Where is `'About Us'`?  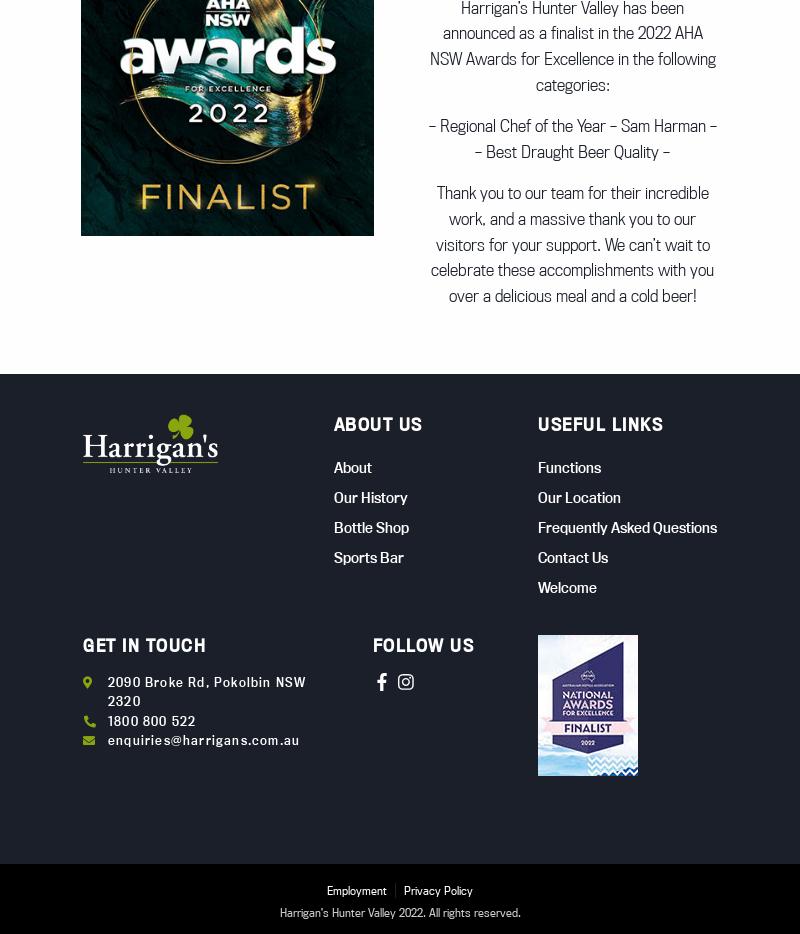
'About Us' is located at coordinates (376, 424).